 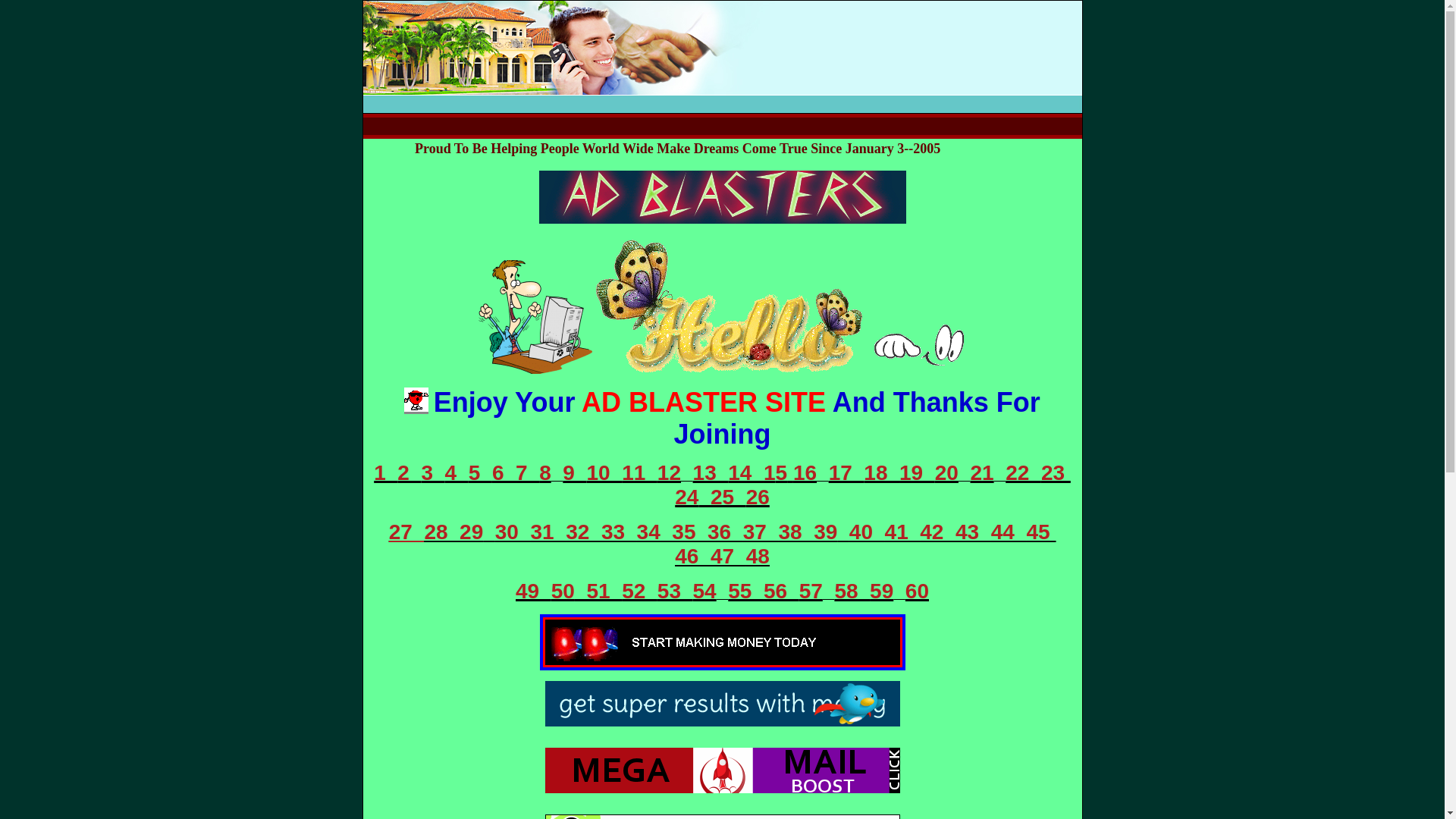 What do you see at coordinates (548, 531) in the screenshot?
I see `'31 '` at bounding box center [548, 531].